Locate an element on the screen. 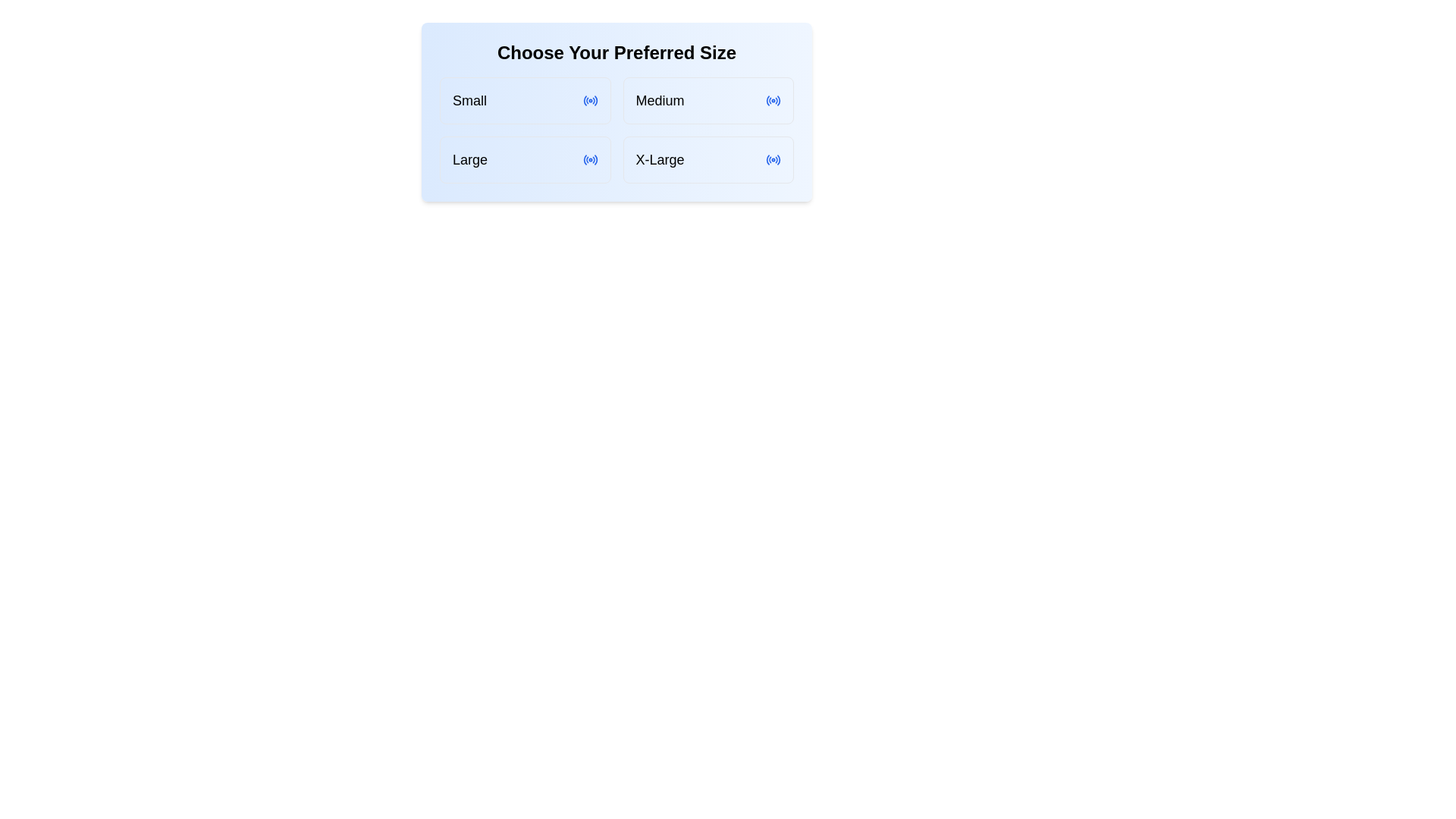 The width and height of the screenshot is (1456, 819). the radio button icon for the 'X-Large' size option is located at coordinates (773, 160).